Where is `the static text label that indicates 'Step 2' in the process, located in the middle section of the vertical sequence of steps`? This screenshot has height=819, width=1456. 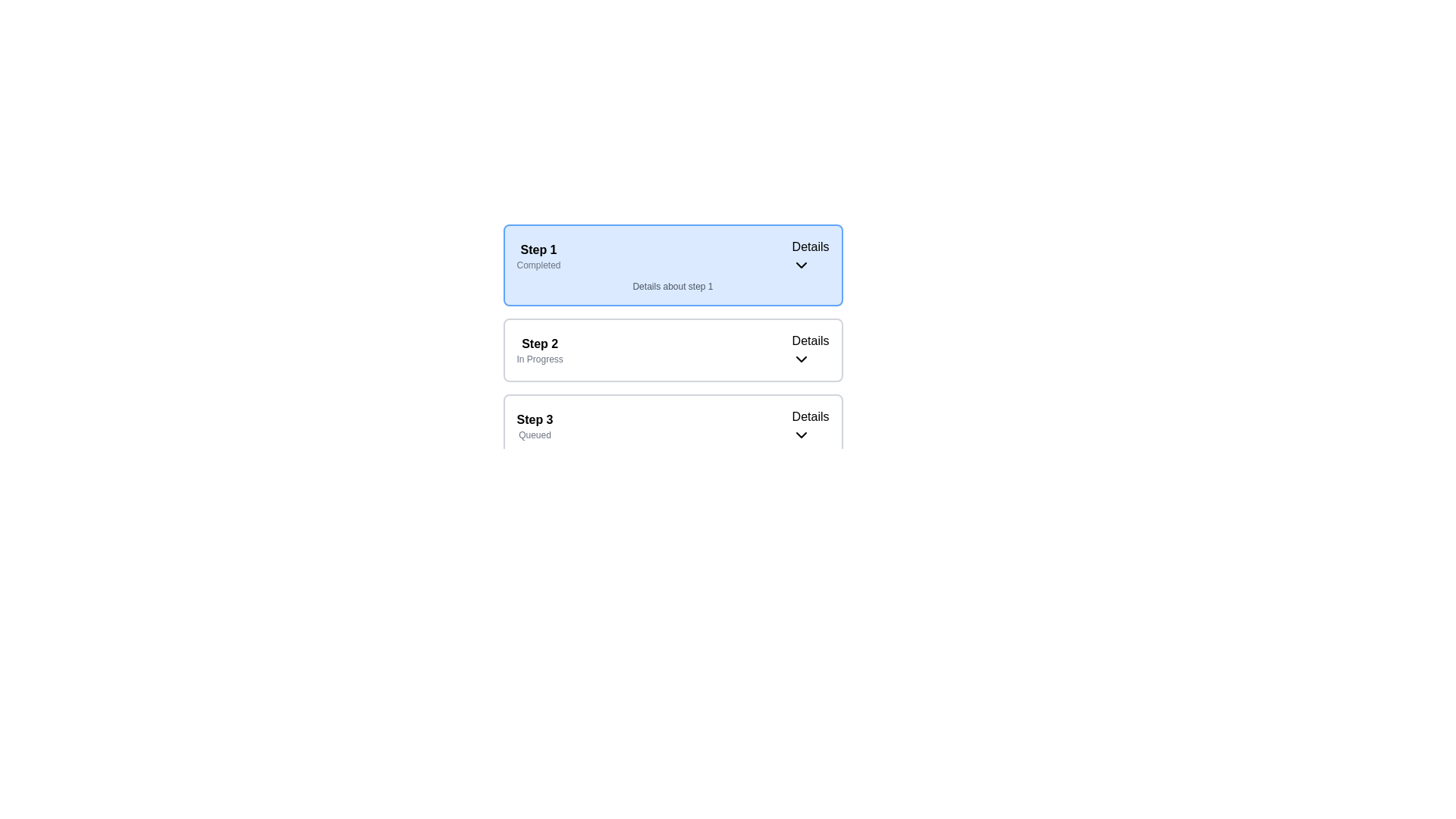
the static text label that indicates 'Step 2' in the process, located in the middle section of the vertical sequence of steps is located at coordinates (540, 344).